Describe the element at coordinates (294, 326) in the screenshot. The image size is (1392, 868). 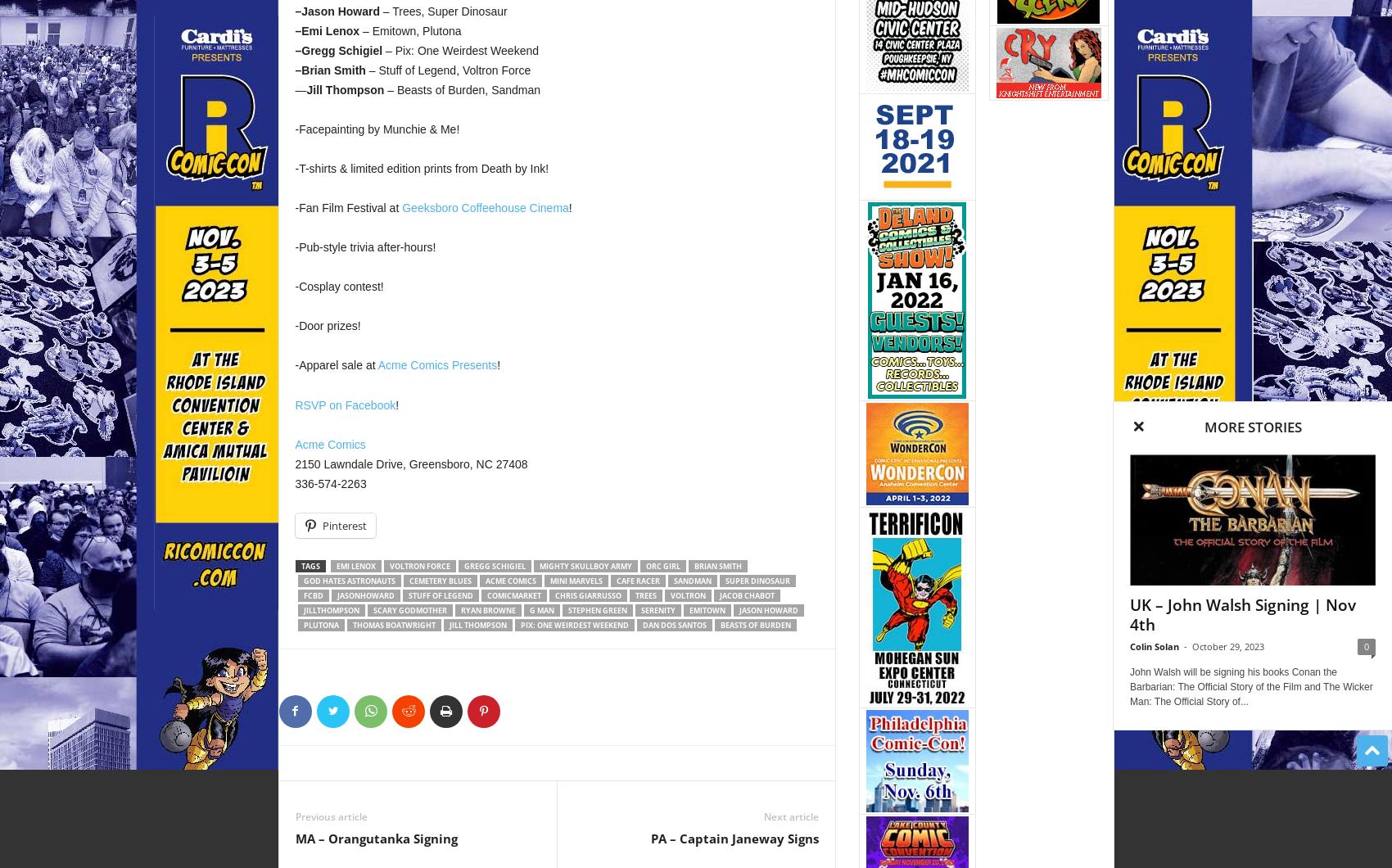
I see `'-Door prizes!'` at that location.